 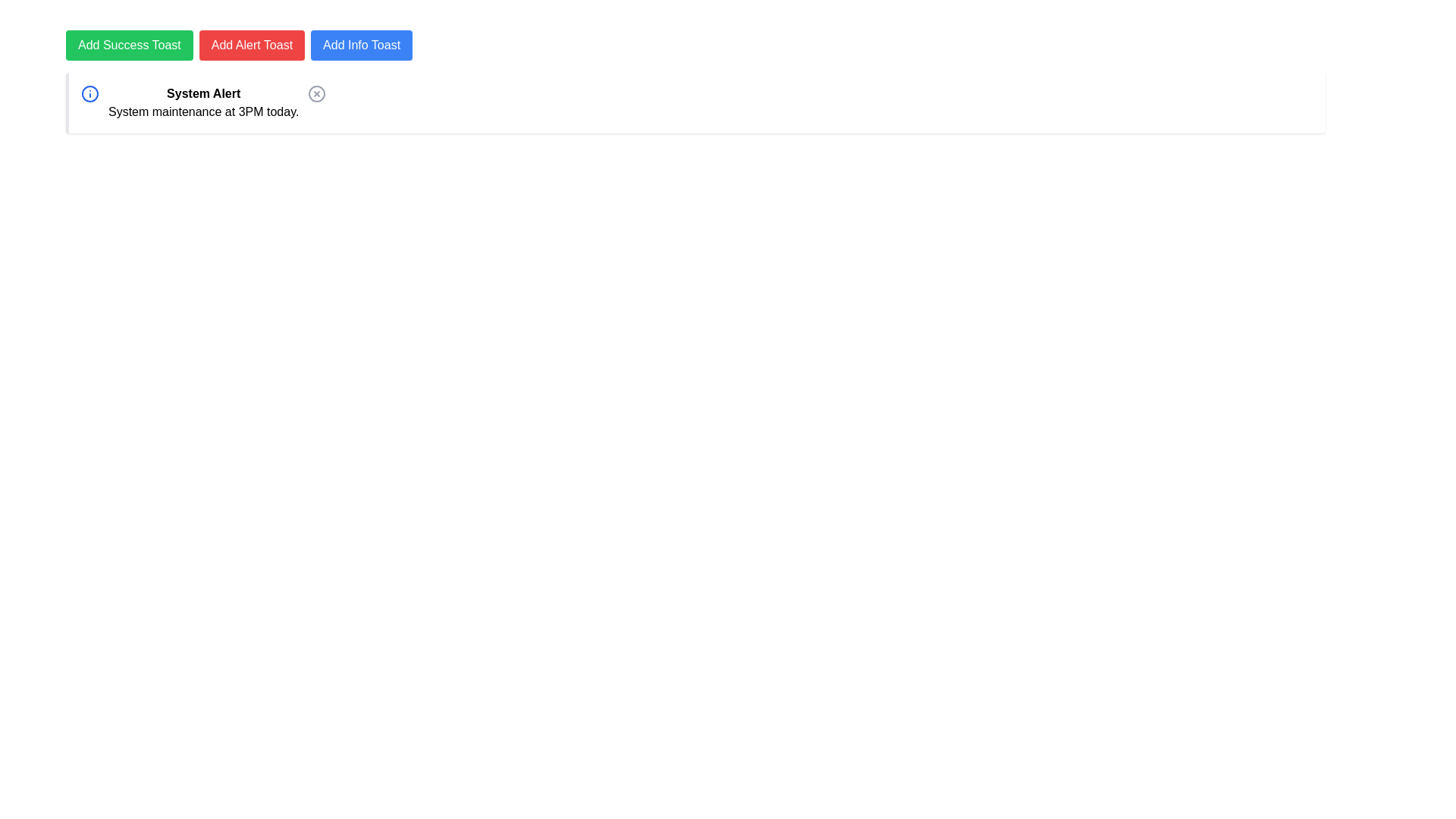 What do you see at coordinates (361, 45) in the screenshot?
I see `the third button in the group of three buttons near the top of the interface` at bounding box center [361, 45].